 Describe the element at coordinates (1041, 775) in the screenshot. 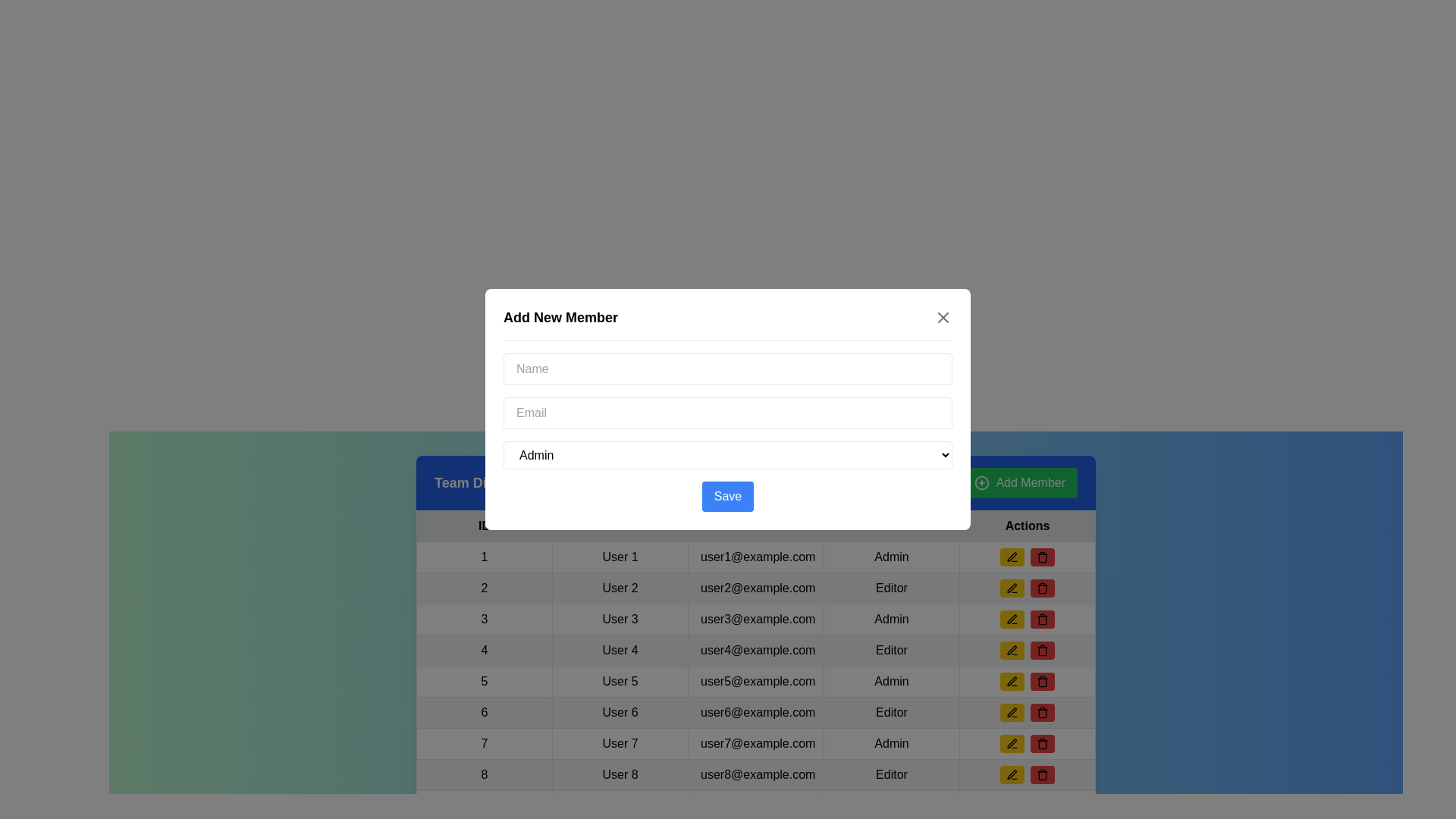

I see `the trash bin icon located in the last row of the 'Actions' column in the displayed table` at that location.